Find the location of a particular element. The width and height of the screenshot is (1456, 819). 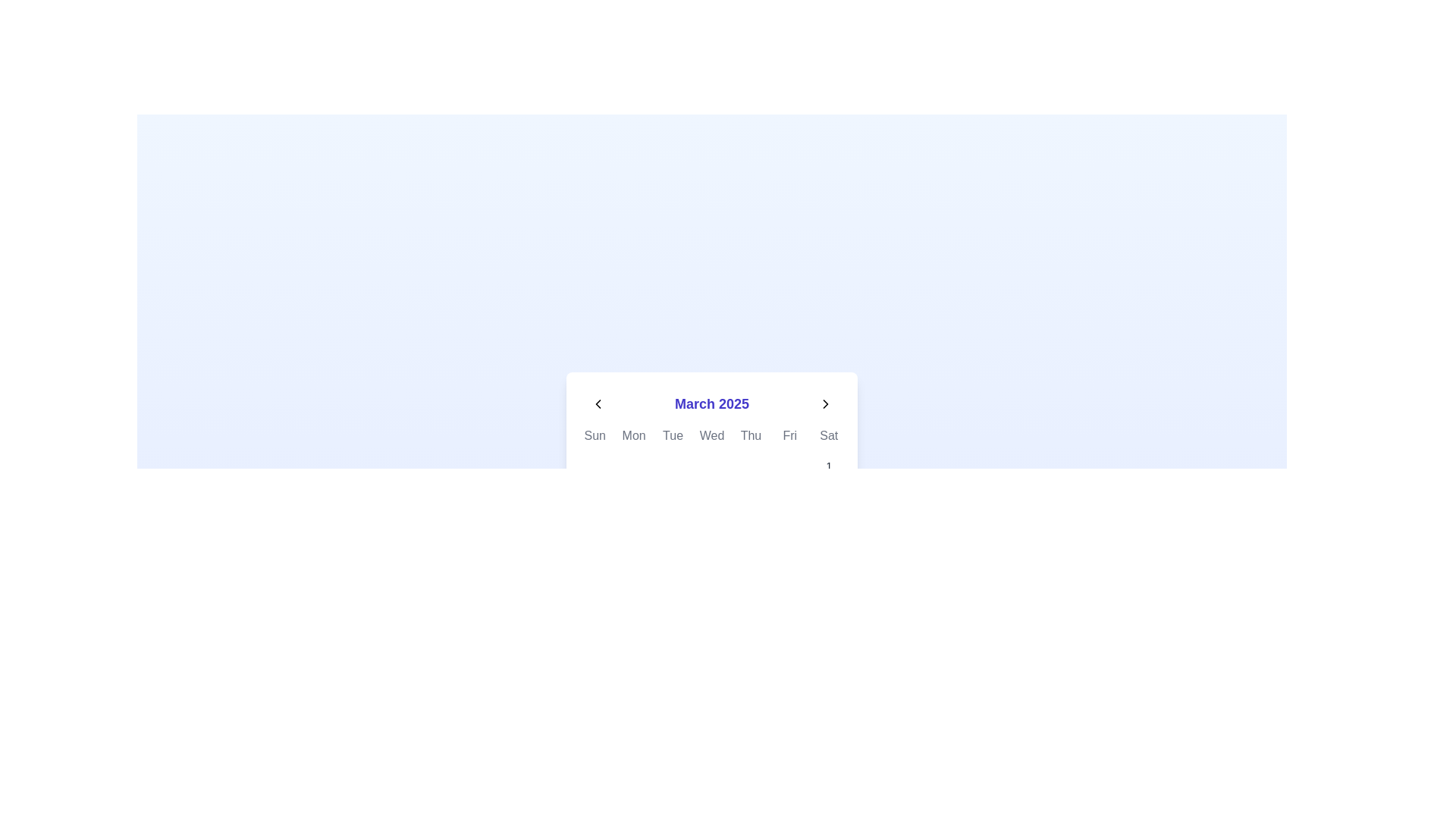

the leftward chevron-shaped button located to the far left of the horizontal bar, before the text 'March 2025' is located at coordinates (597, 403).